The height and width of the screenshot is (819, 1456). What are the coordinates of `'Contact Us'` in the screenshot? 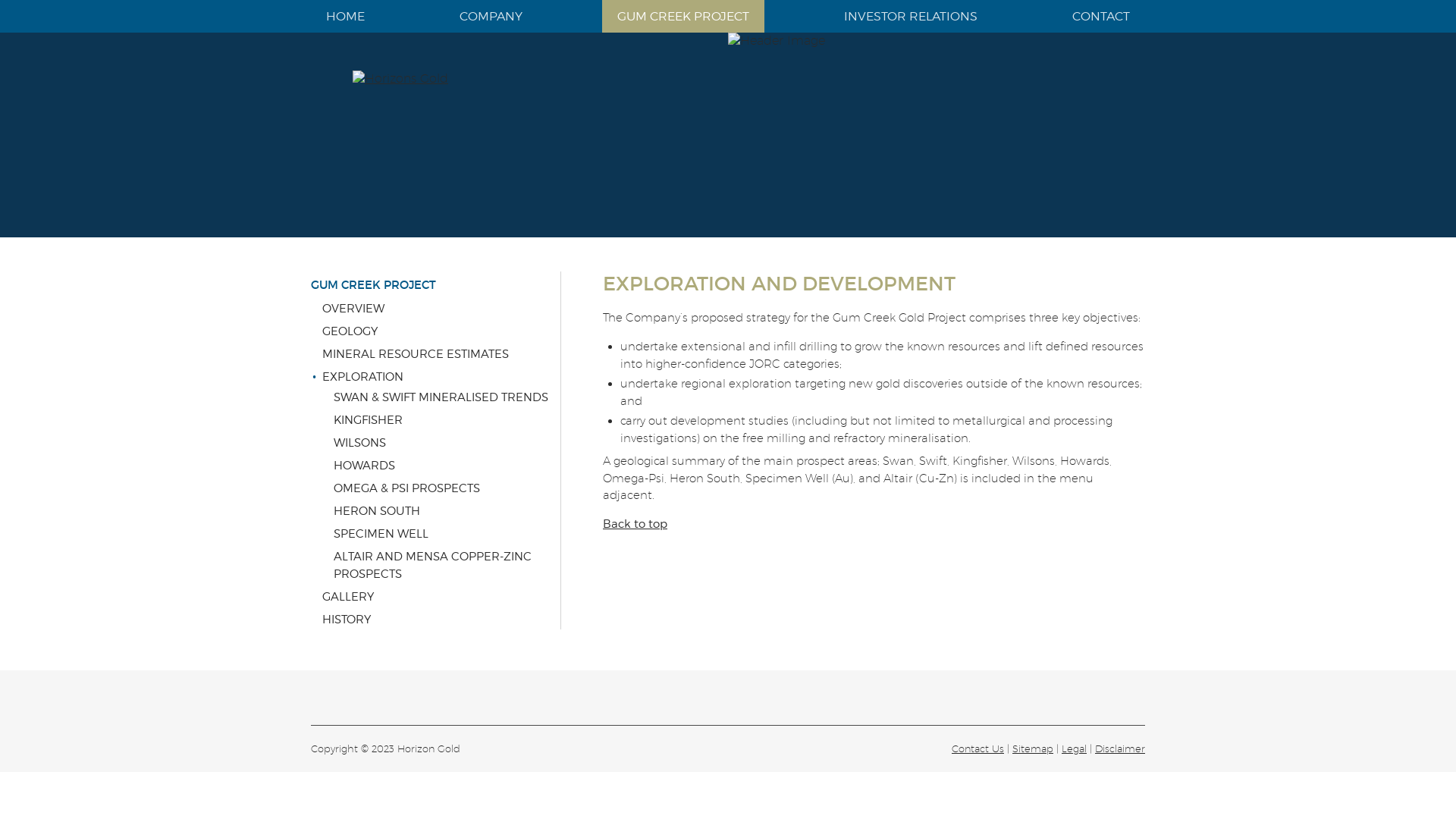 It's located at (977, 748).